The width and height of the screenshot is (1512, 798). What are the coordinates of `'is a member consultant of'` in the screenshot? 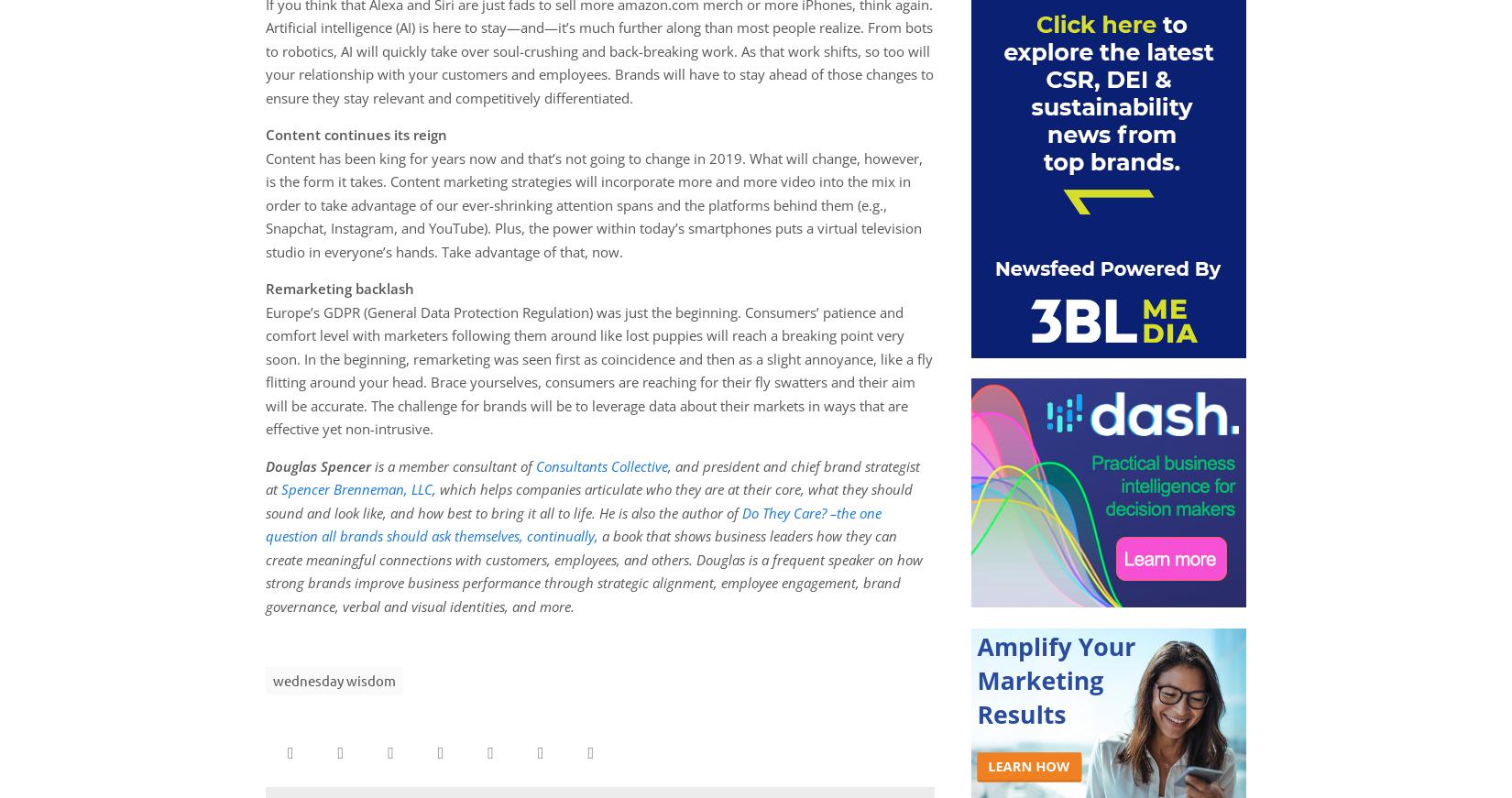 It's located at (453, 465).